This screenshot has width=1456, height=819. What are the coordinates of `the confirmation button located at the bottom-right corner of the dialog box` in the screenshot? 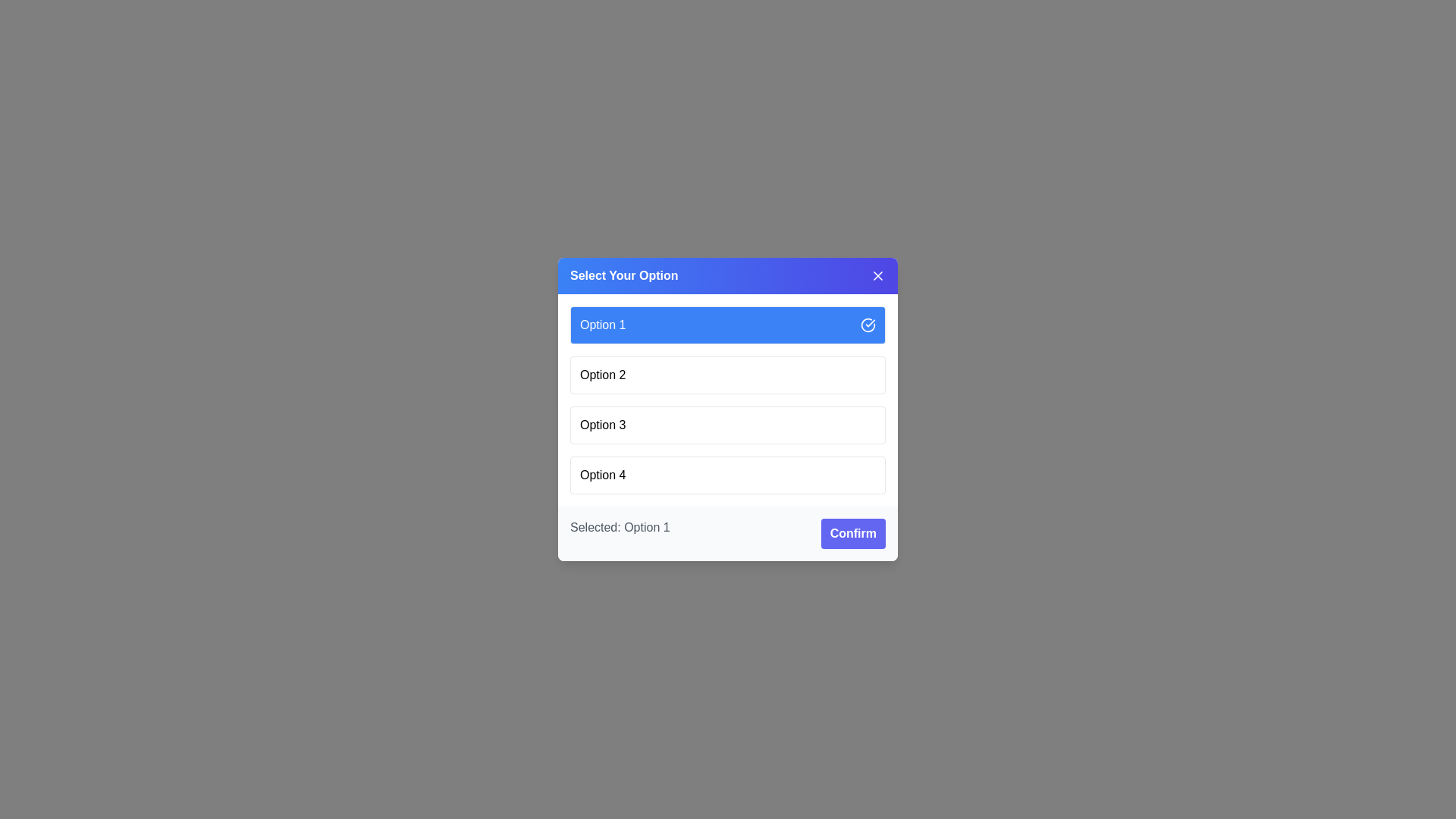 It's located at (853, 533).